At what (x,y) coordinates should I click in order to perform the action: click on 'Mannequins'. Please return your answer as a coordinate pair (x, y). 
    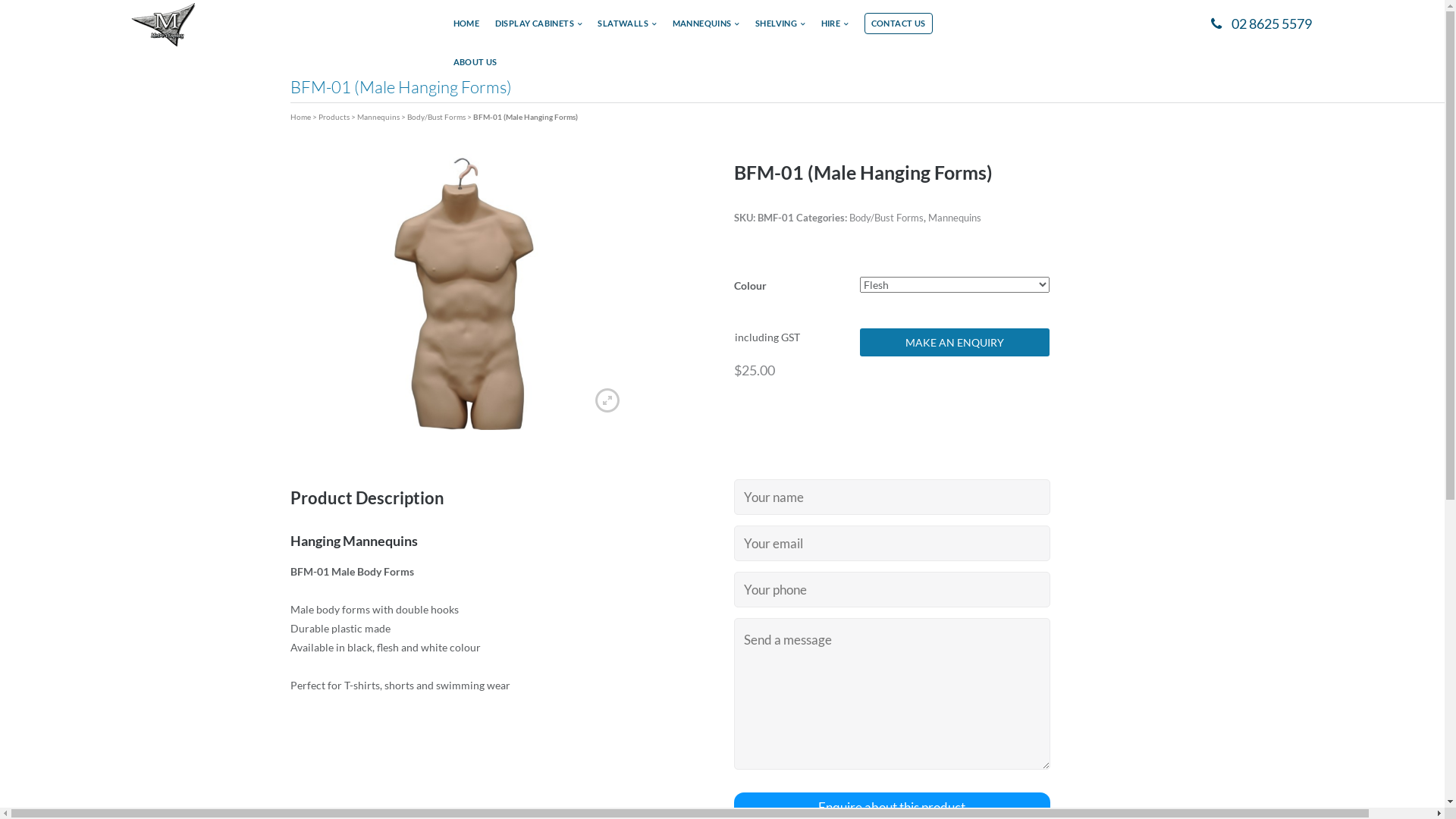
    Looking at the image, I should click on (378, 116).